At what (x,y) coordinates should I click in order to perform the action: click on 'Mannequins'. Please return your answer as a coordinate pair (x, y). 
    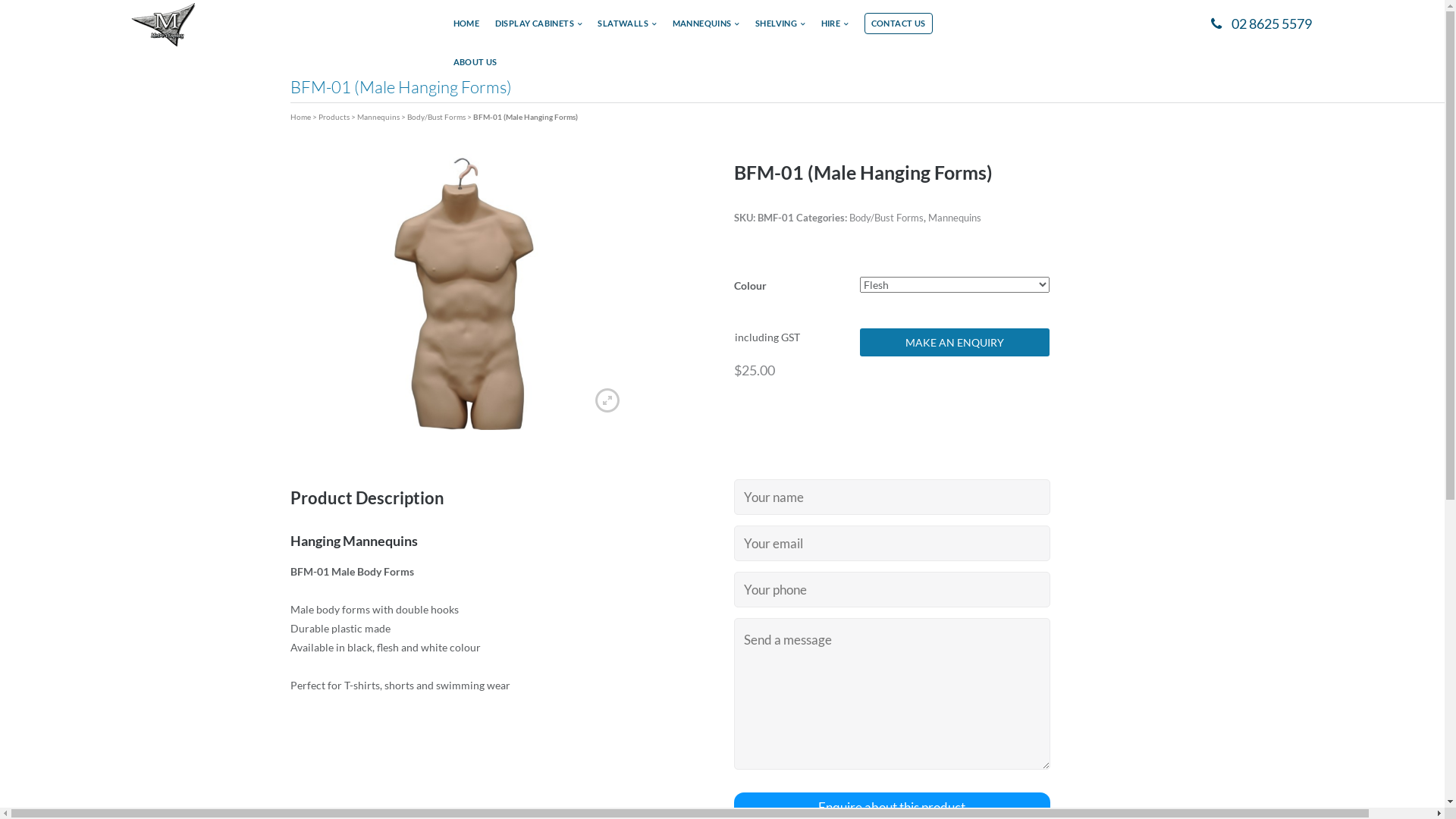
    Looking at the image, I should click on (378, 116).